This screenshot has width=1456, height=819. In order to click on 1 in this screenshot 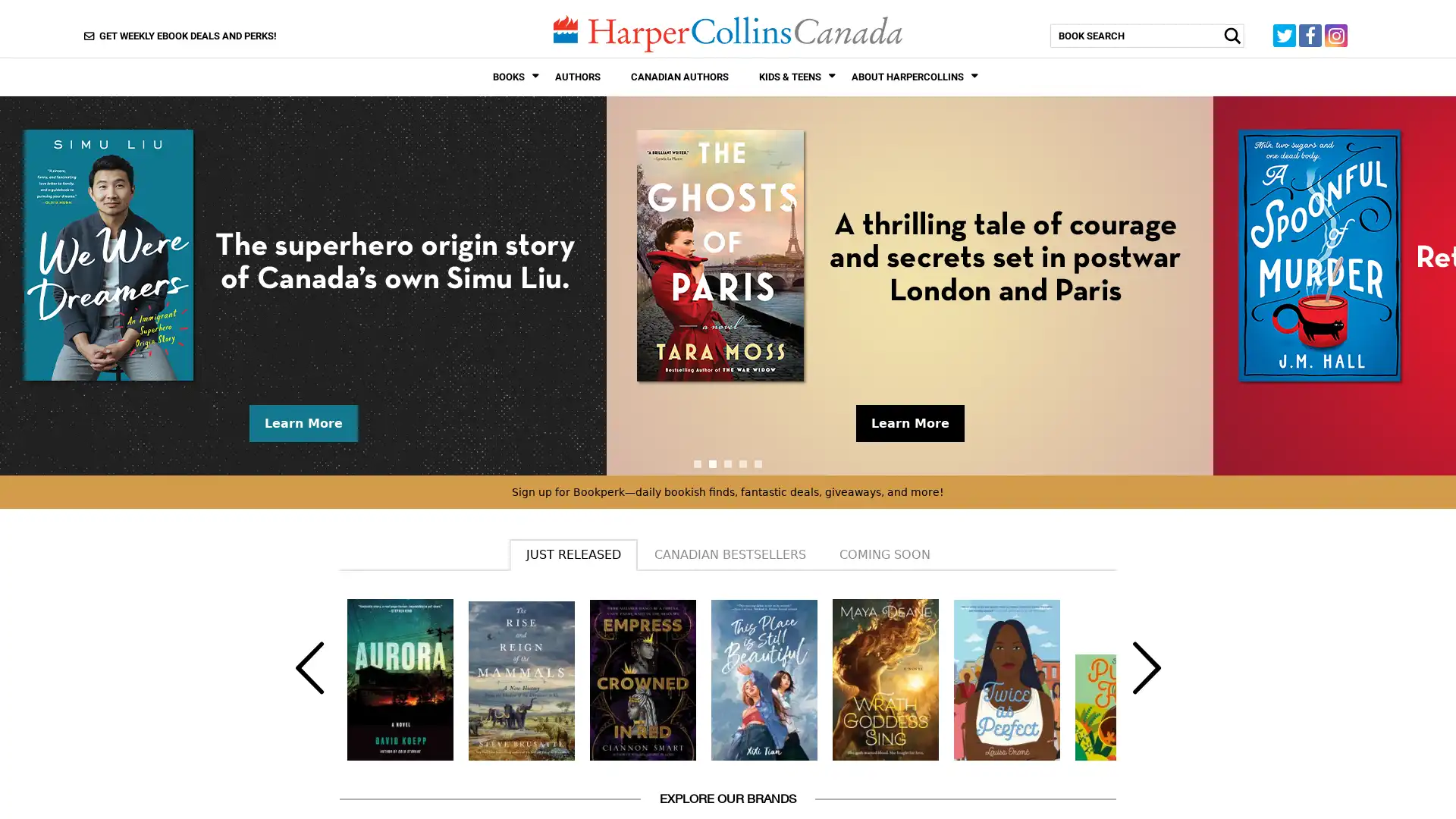, I will do `click(697, 462)`.